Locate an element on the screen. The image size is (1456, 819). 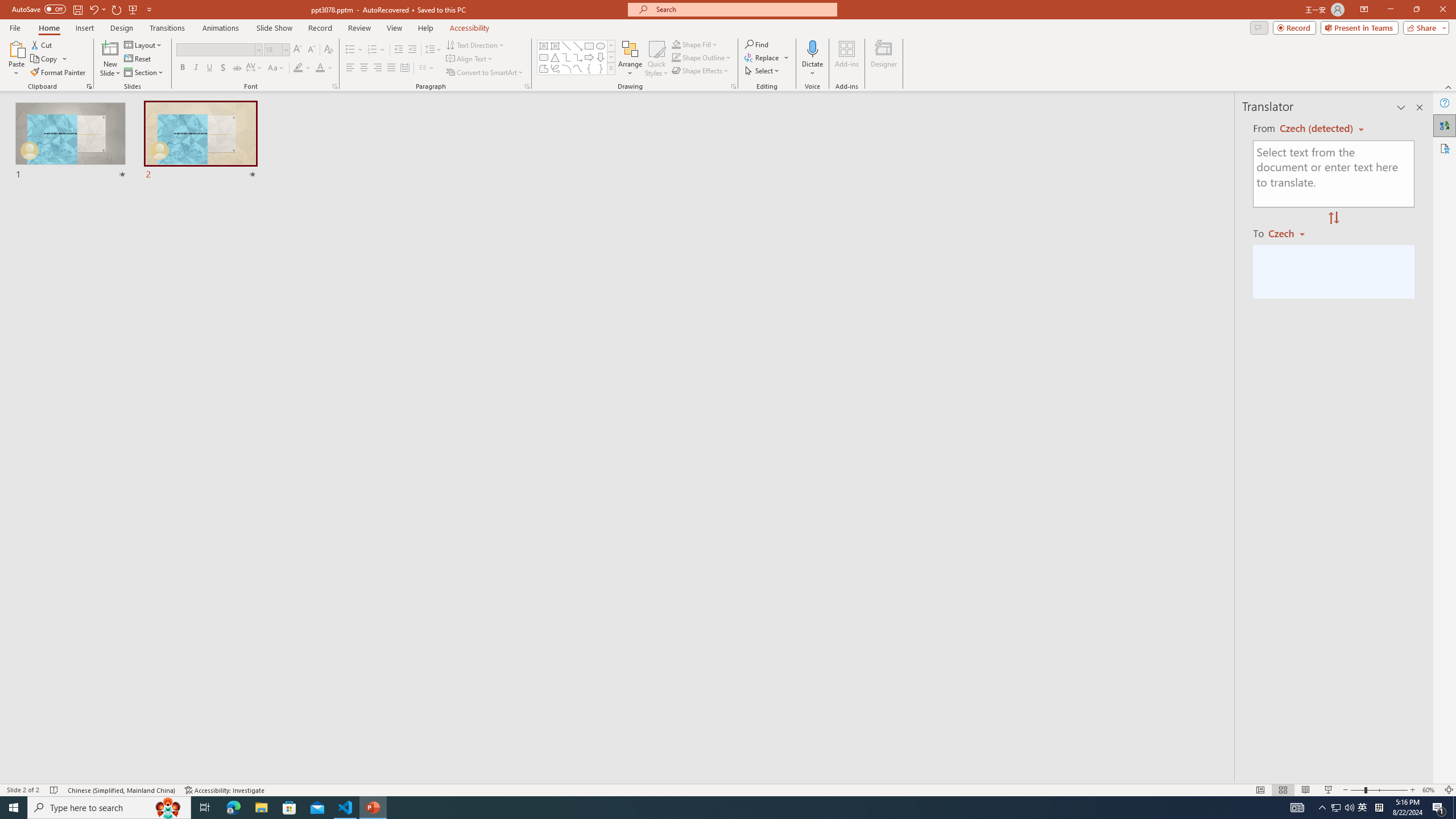
'Swap "from" and "to" languages.' is located at coordinates (1333, 218).